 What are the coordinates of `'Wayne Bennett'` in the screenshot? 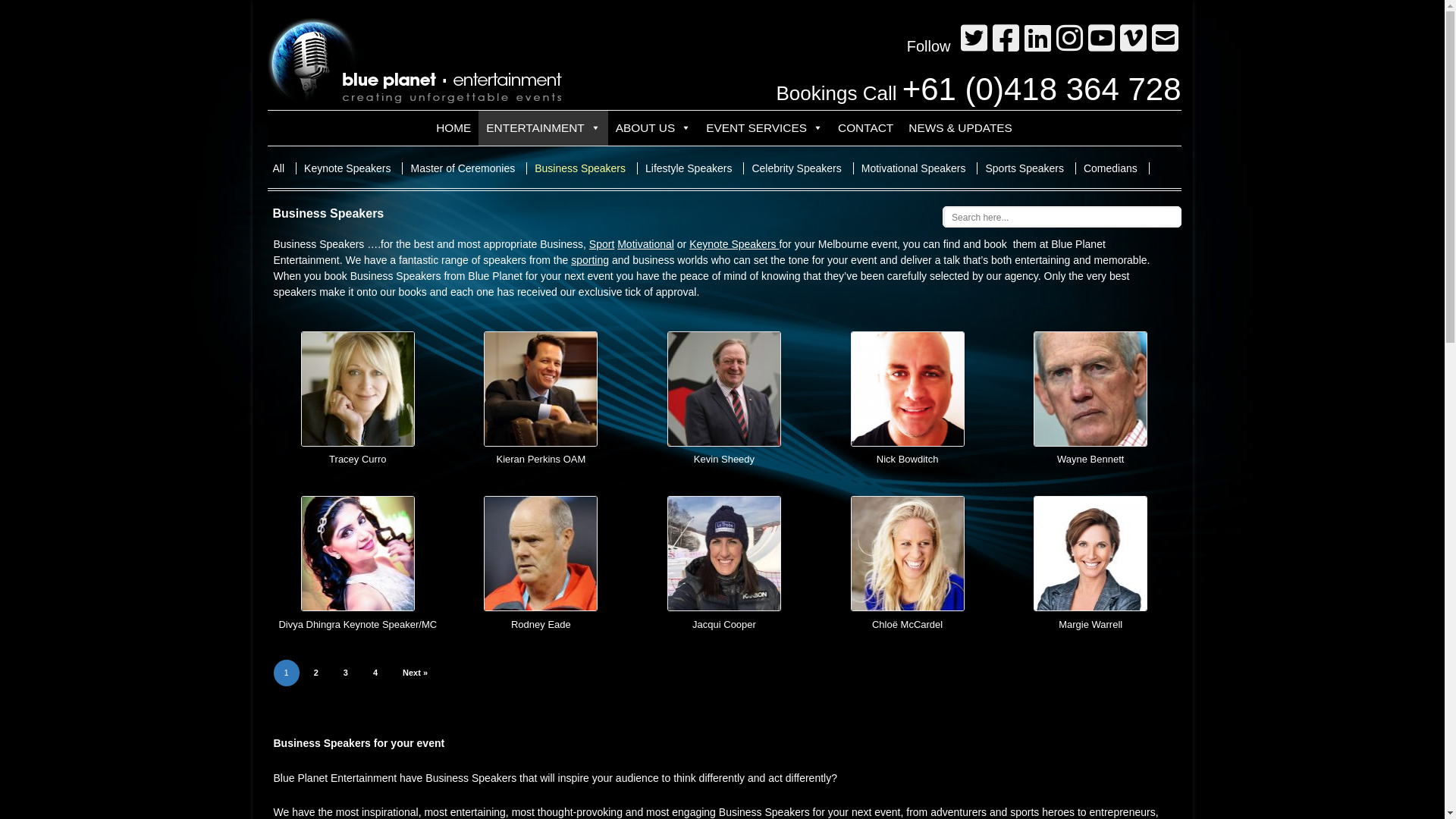 It's located at (1090, 388).